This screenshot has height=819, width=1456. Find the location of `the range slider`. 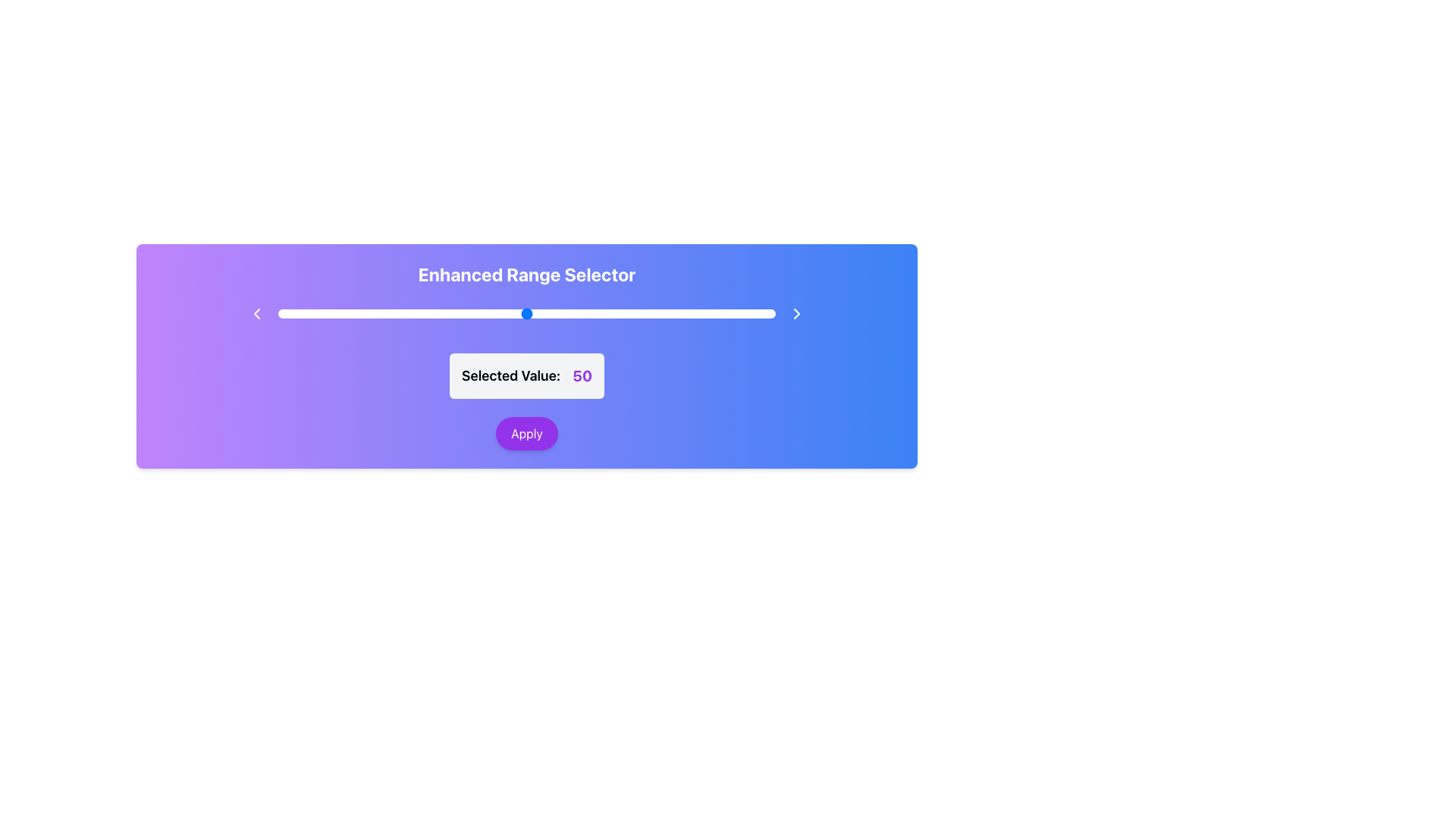

the range slider is located at coordinates (631, 312).